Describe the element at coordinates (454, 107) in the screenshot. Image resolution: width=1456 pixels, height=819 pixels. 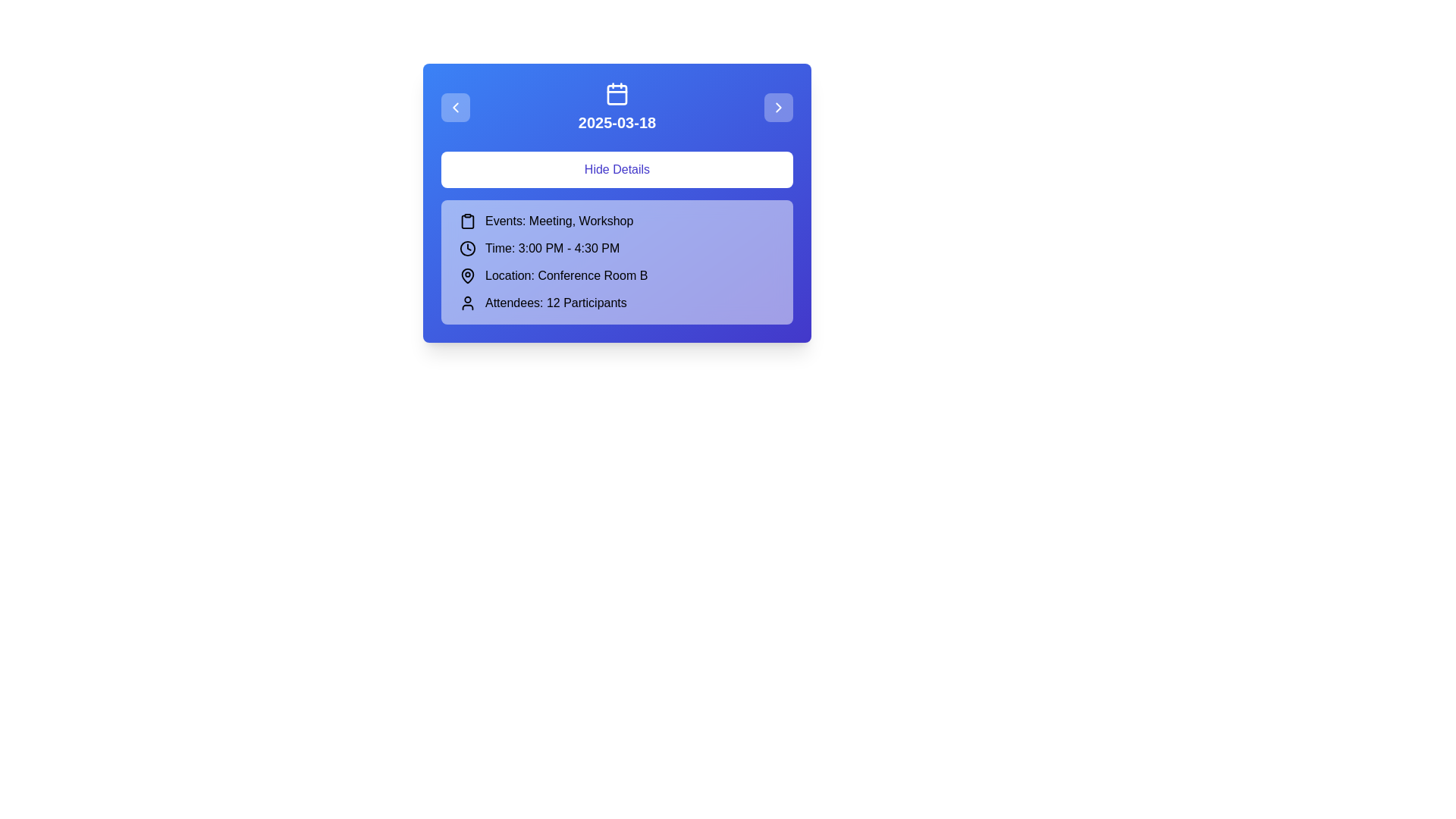
I see `the backward chevron icon located in the top-left corner of the card` at that location.